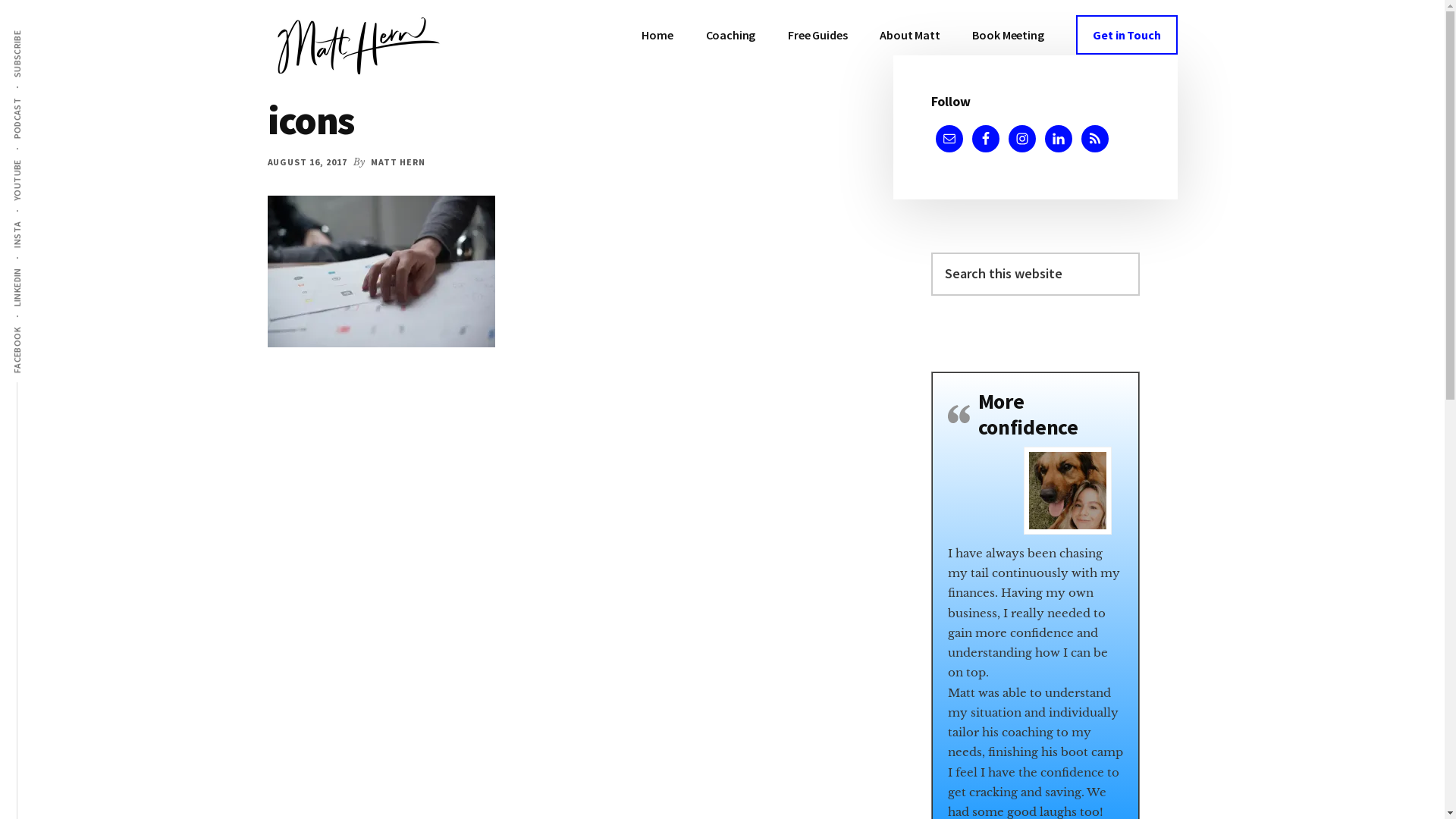 This screenshot has height=819, width=1456. What do you see at coordinates (1008, 34) in the screenshot?
I see `'Book Meeting'` at bounding box center [1008, 34].